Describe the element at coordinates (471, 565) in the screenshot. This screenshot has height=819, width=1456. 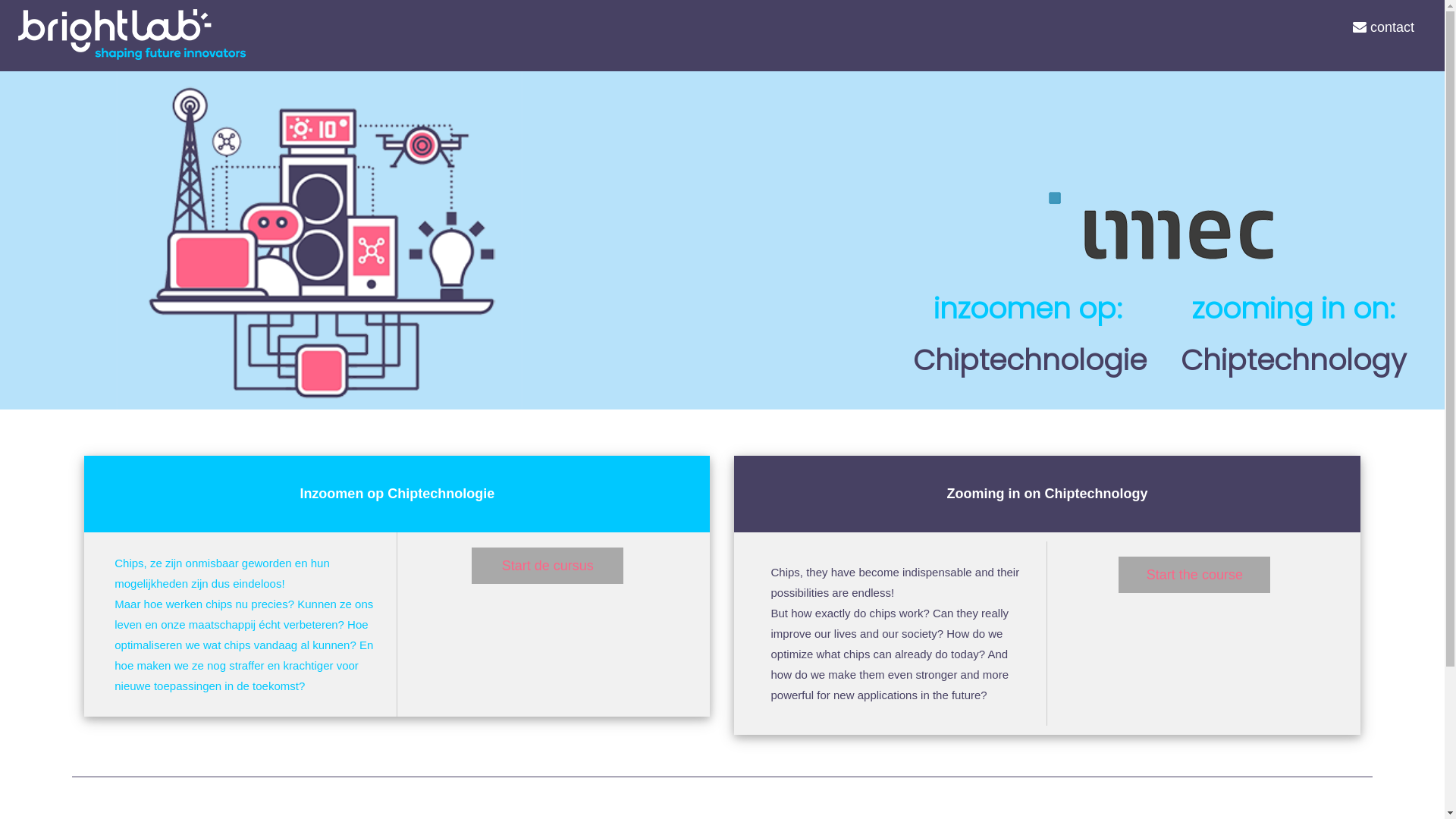
I see `'Start de cursus'` at that location.